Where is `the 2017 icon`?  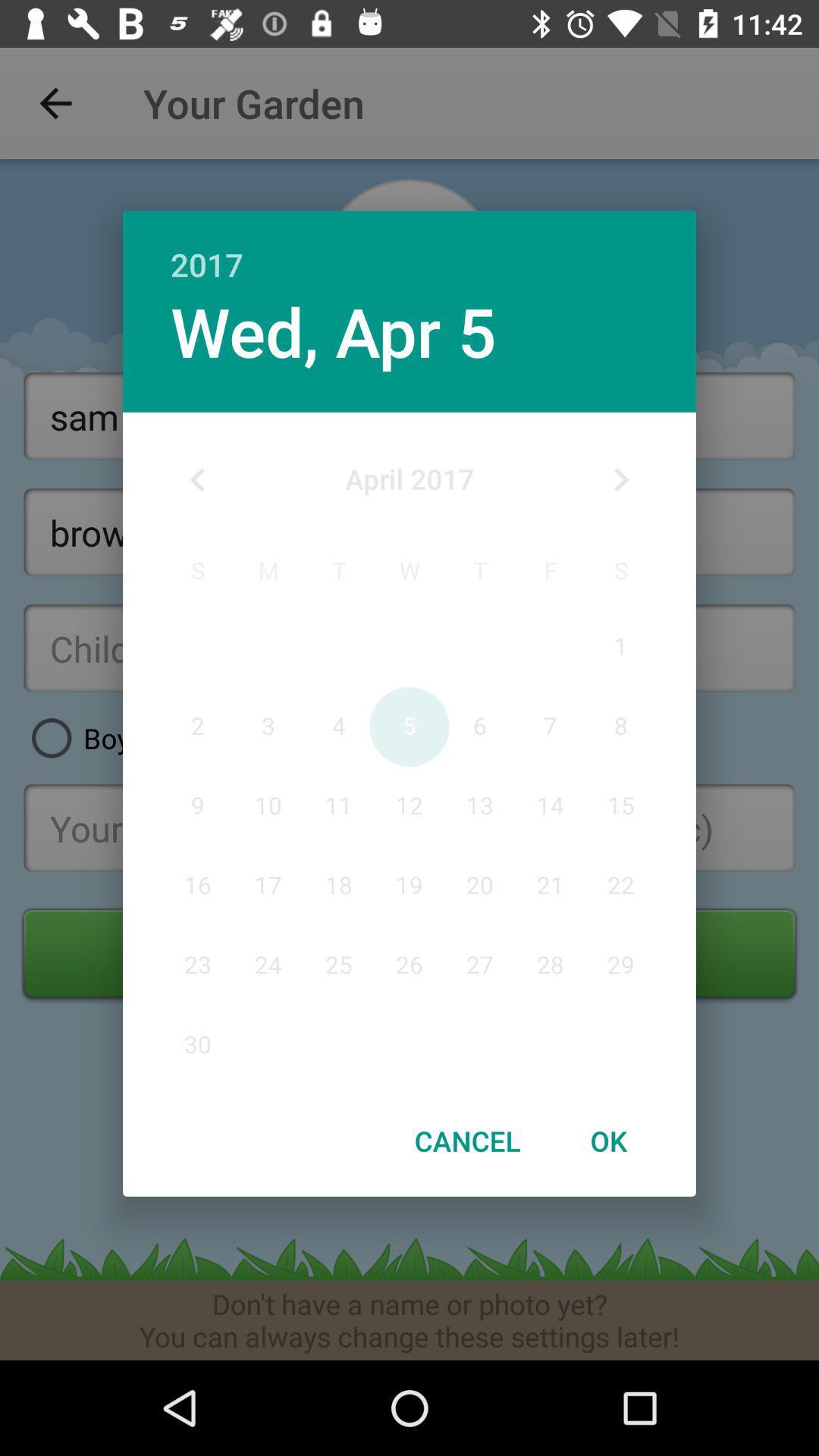
the 2017 icon is located at coordinates (409, 248).